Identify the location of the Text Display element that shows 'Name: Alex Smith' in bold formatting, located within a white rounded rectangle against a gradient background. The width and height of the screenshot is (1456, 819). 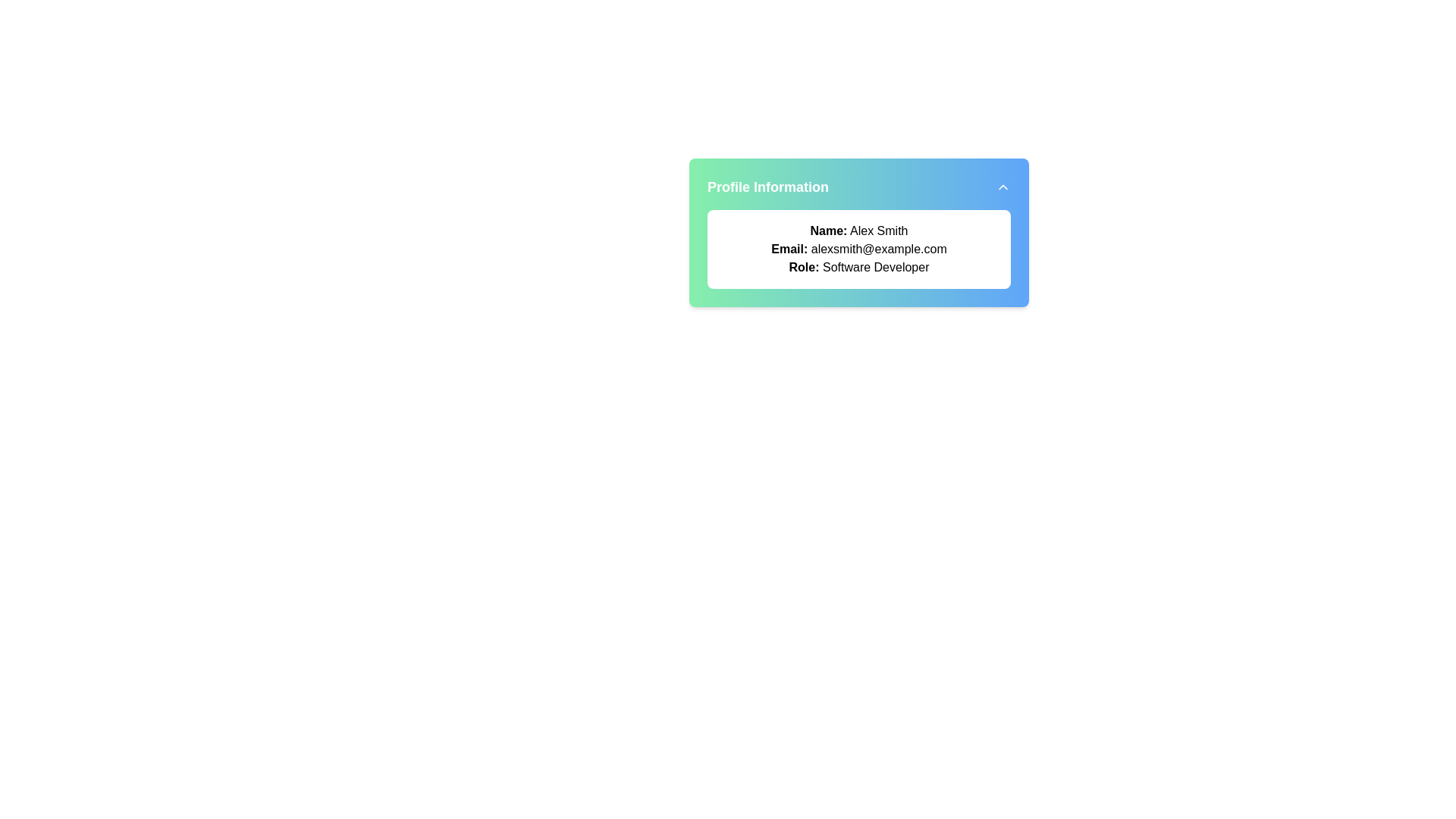
(858, 231).